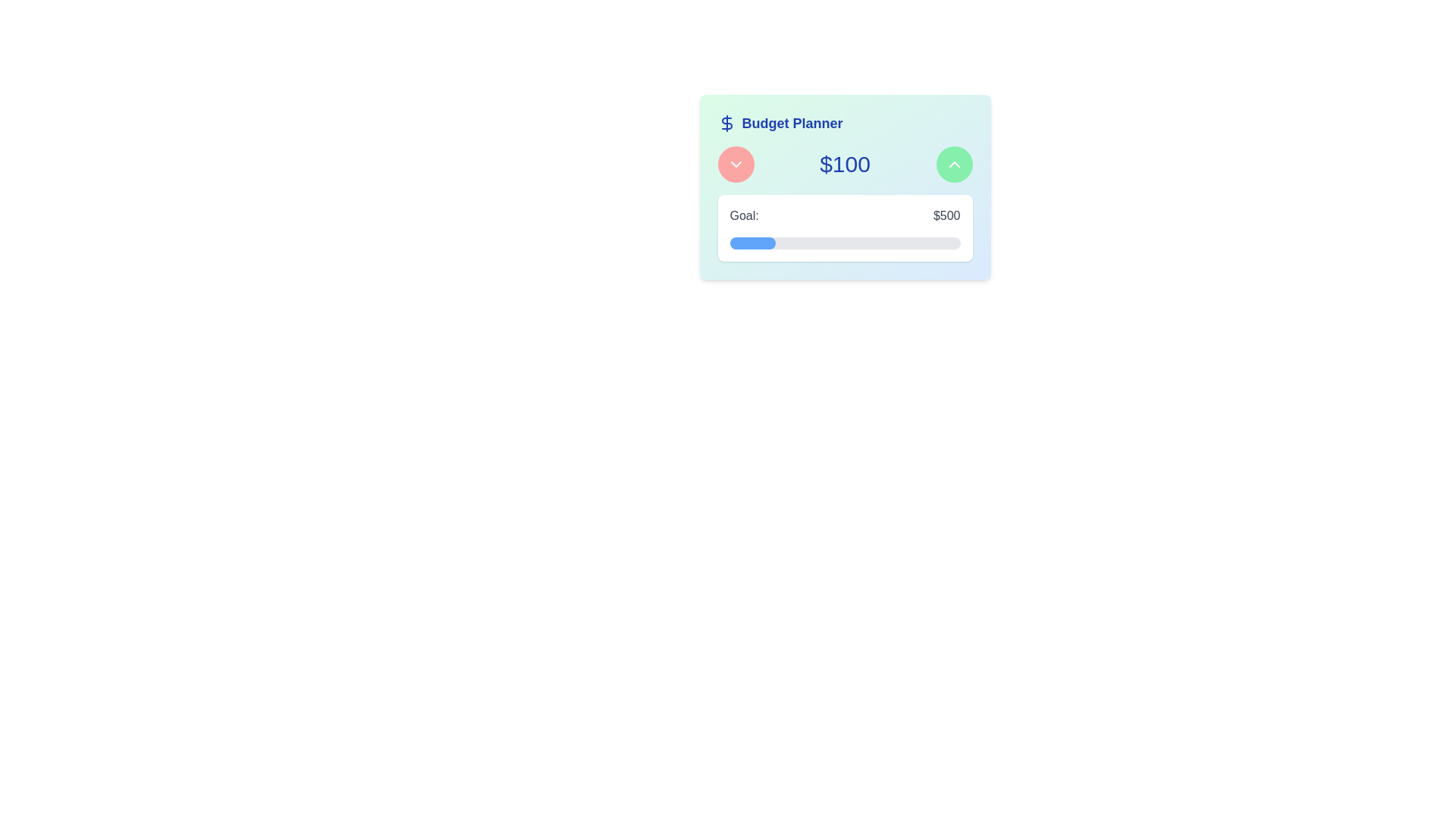  Describe the element at coordinates (726, 122) in the screenshot. I see `the bold blue dollar sign icon located to the left of the text 'Budget Planner' in the header section of the budget planning card` at that location.